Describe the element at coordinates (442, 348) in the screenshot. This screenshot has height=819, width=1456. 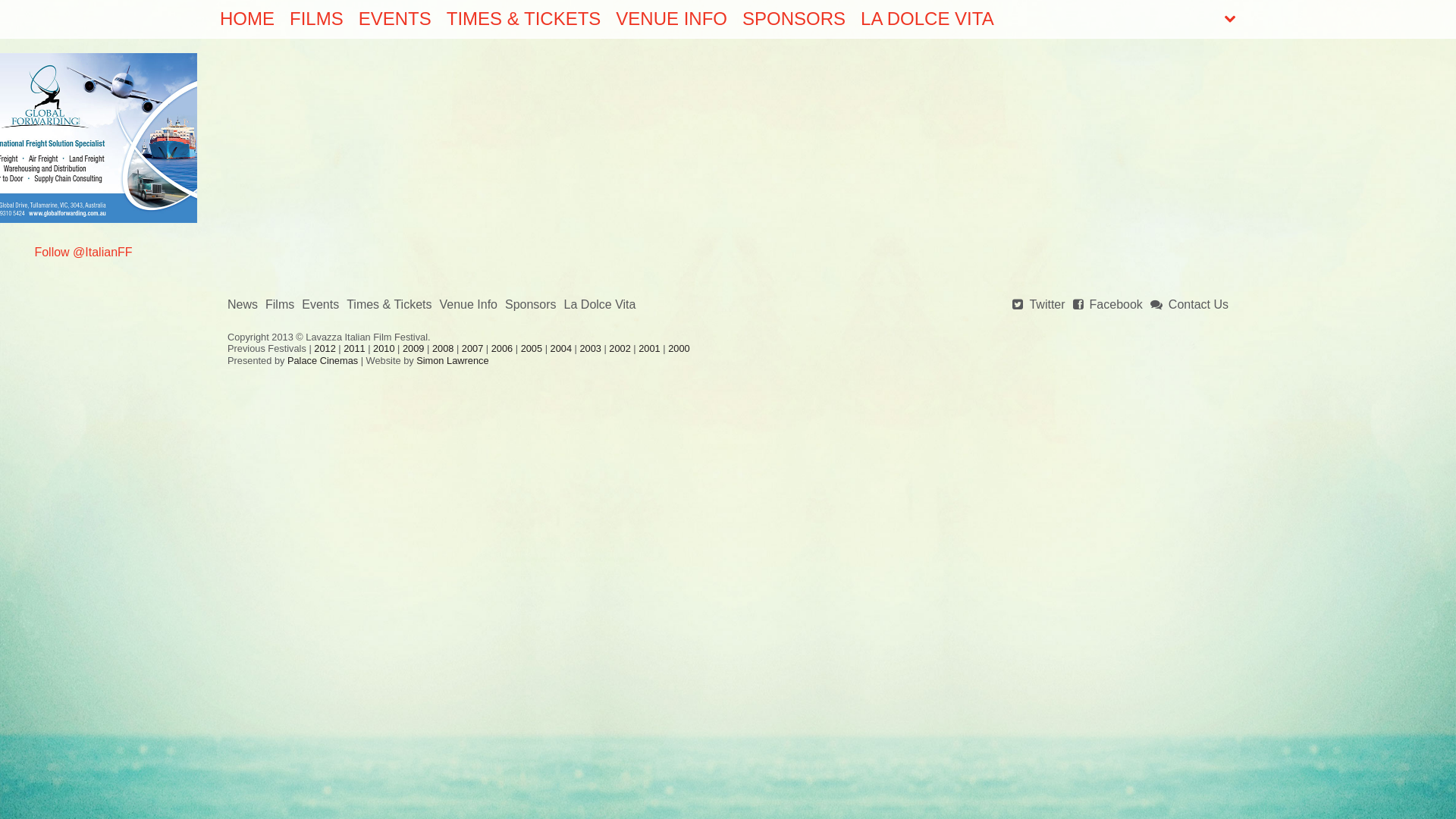
I see `'2008'` at that location.